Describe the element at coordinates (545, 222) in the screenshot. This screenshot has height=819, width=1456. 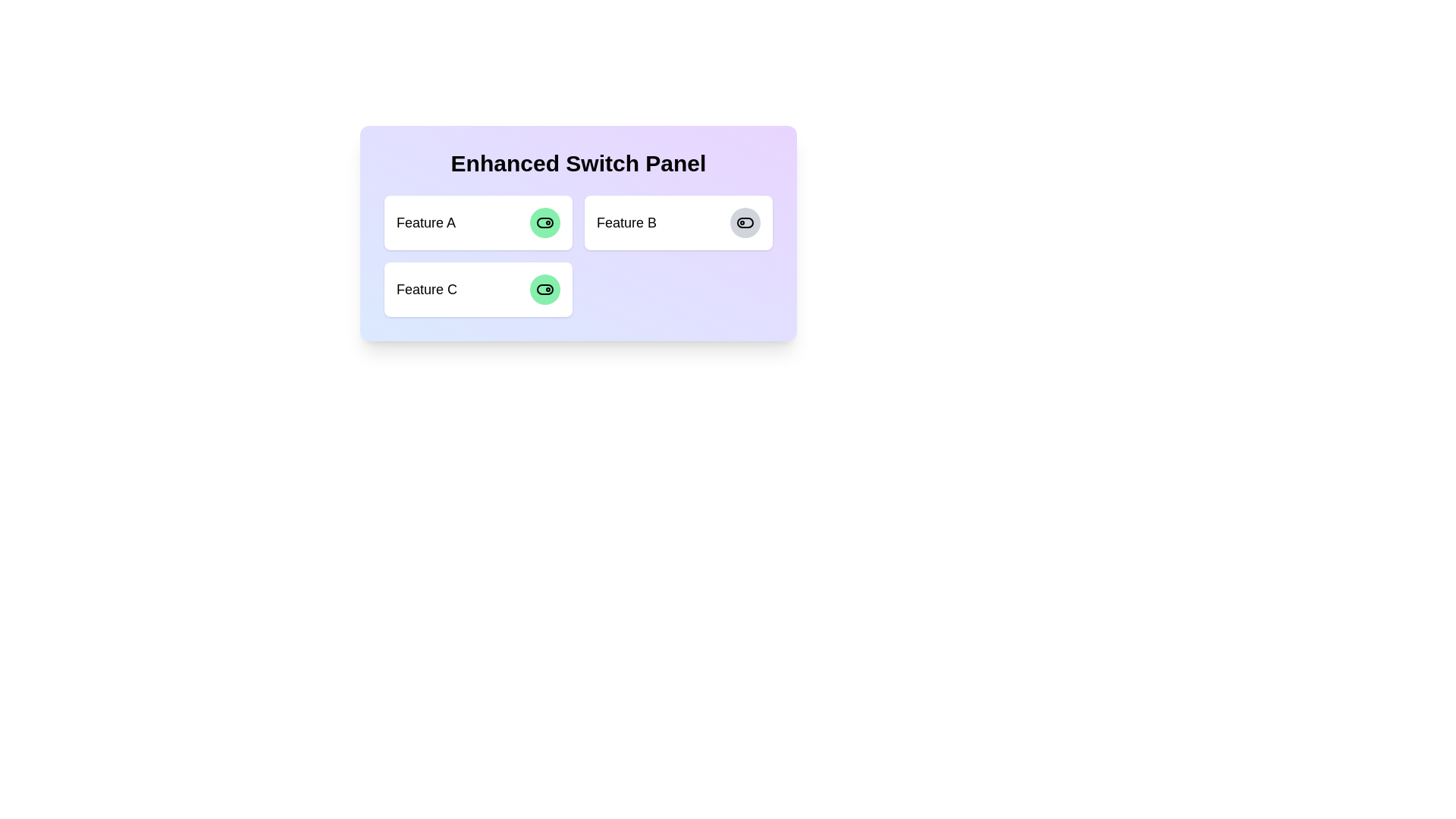
I see `the switch corresponding to Feature A` at that location.